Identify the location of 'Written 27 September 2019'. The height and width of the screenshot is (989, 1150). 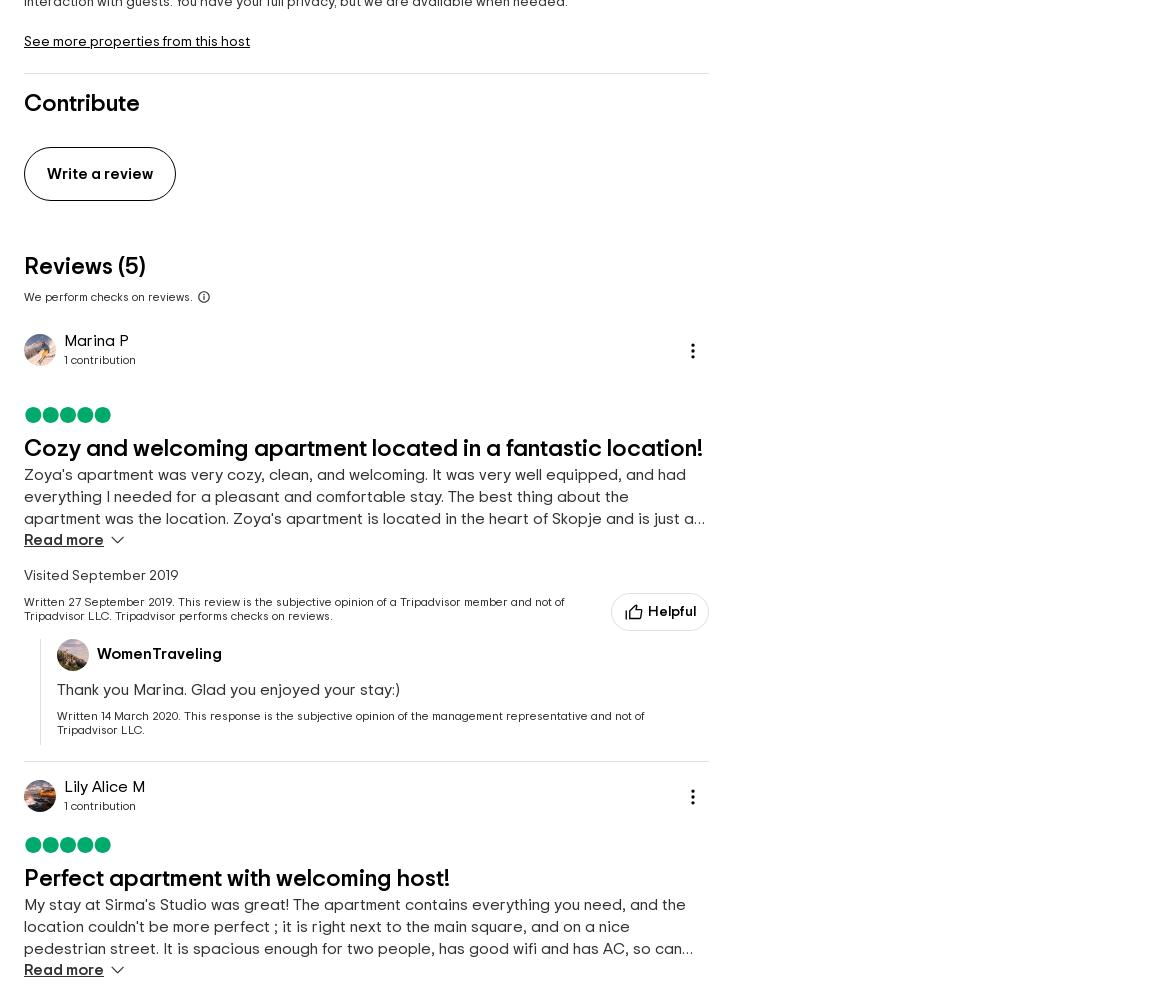
(96, 601).